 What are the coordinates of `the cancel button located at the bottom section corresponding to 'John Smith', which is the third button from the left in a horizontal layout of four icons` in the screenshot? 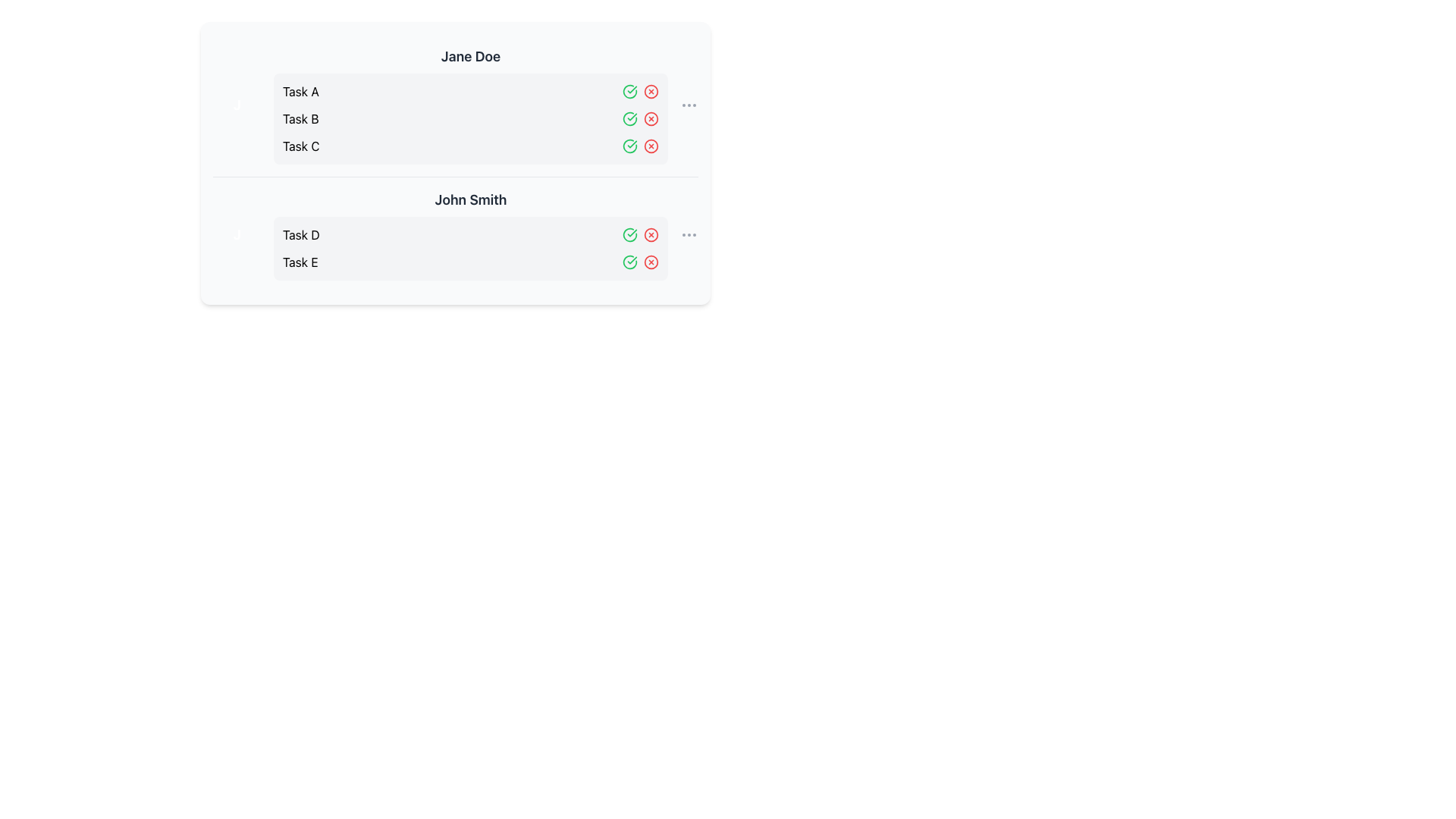 It's located at (651, 234).